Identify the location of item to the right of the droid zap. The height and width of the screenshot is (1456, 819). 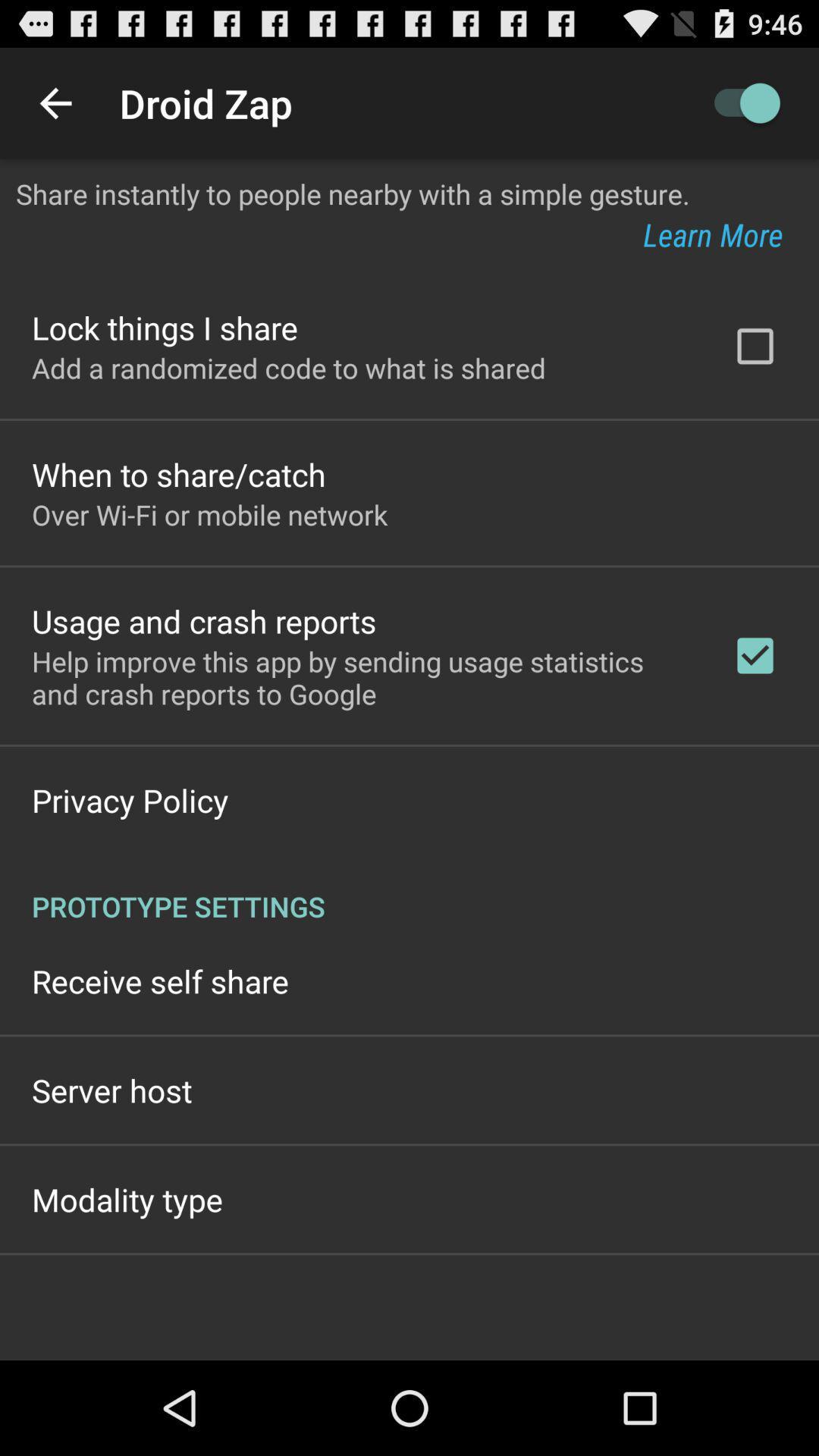
(739, 102).